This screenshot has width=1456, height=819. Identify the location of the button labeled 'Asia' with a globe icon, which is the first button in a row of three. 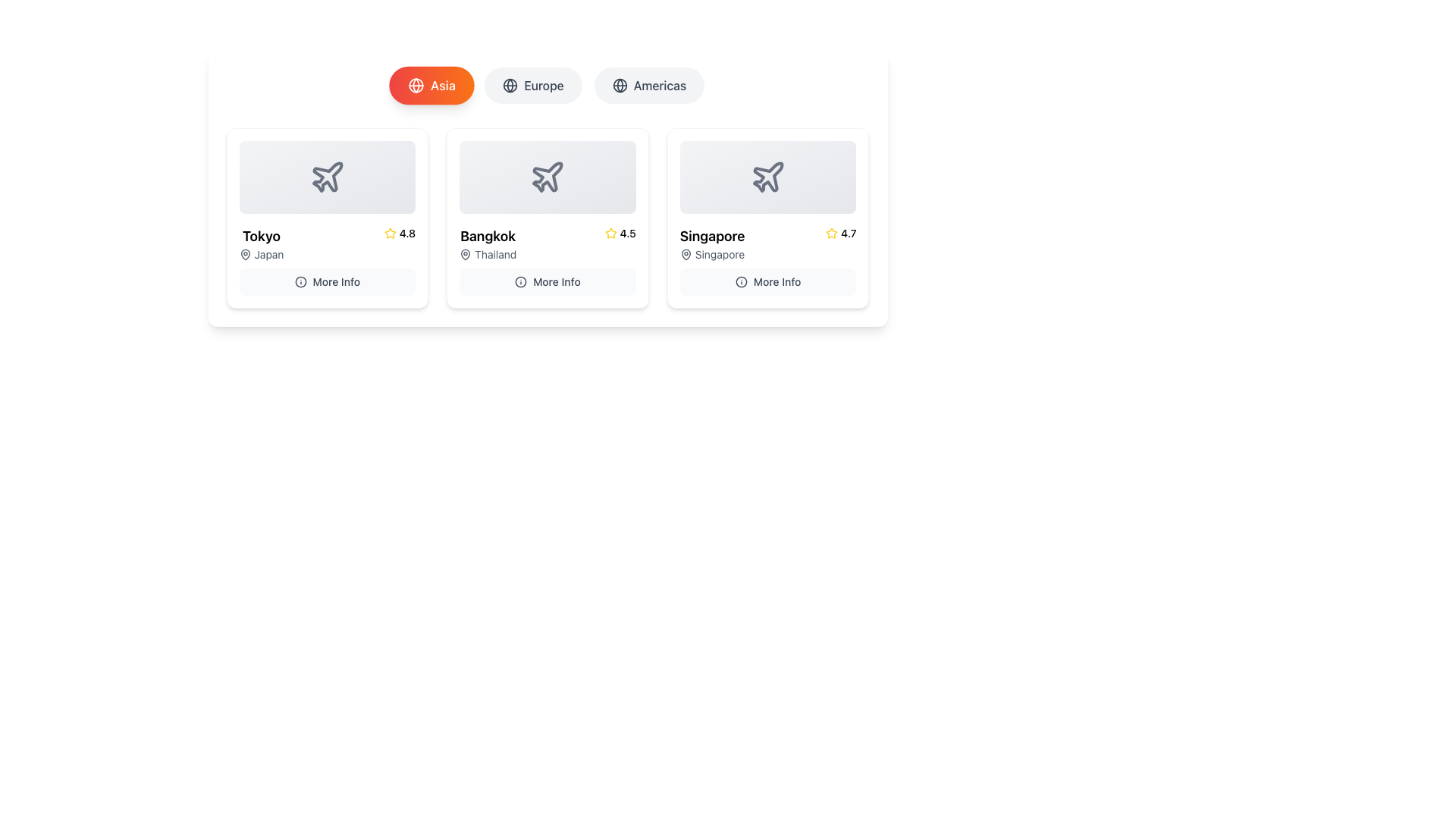
(431, 85).